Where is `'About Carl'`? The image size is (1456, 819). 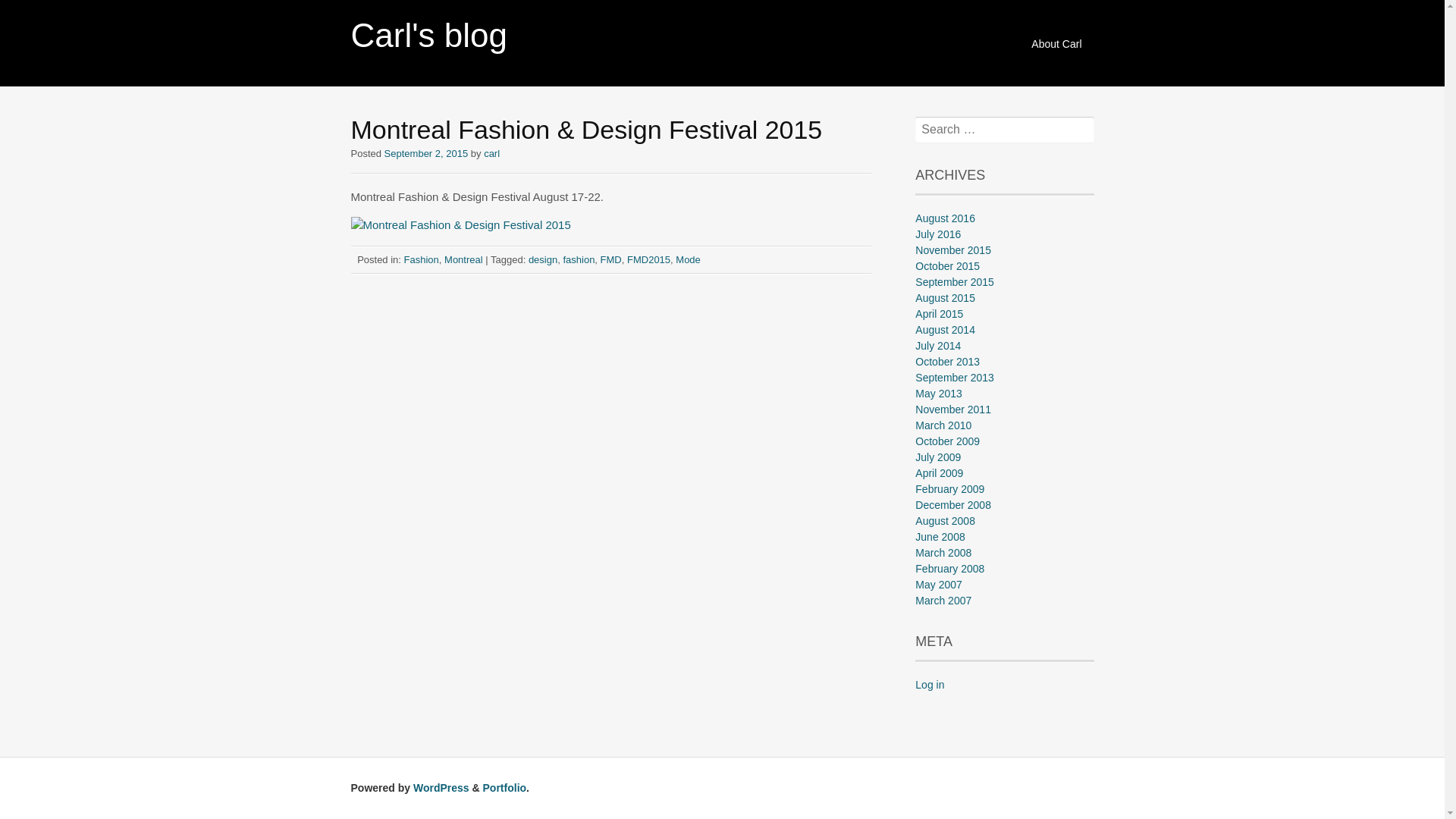
'About Carl' is located at coordinates (1055, 43).